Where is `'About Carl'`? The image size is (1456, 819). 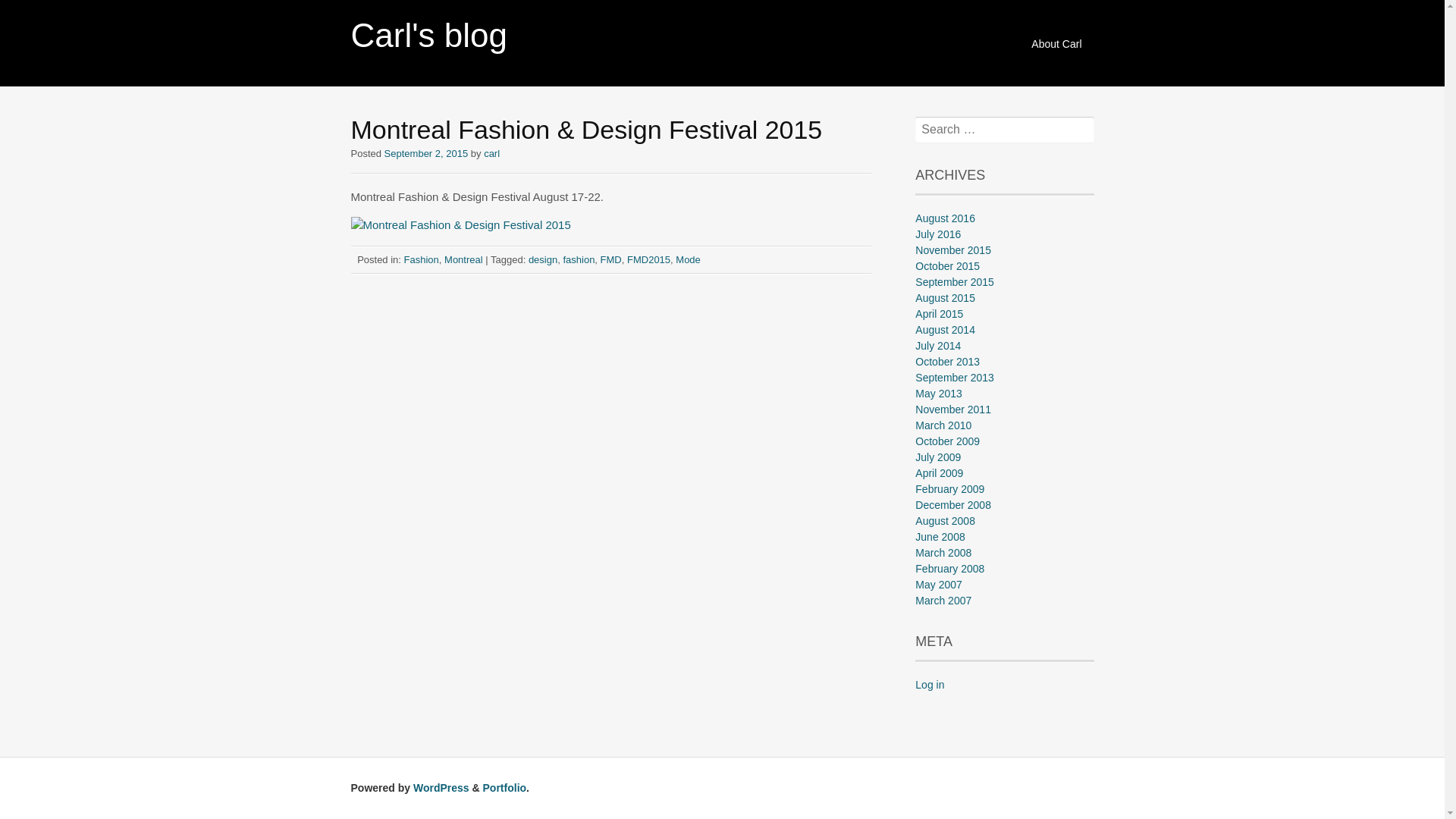
'About Carl' is located at coordinates (1055, 43).